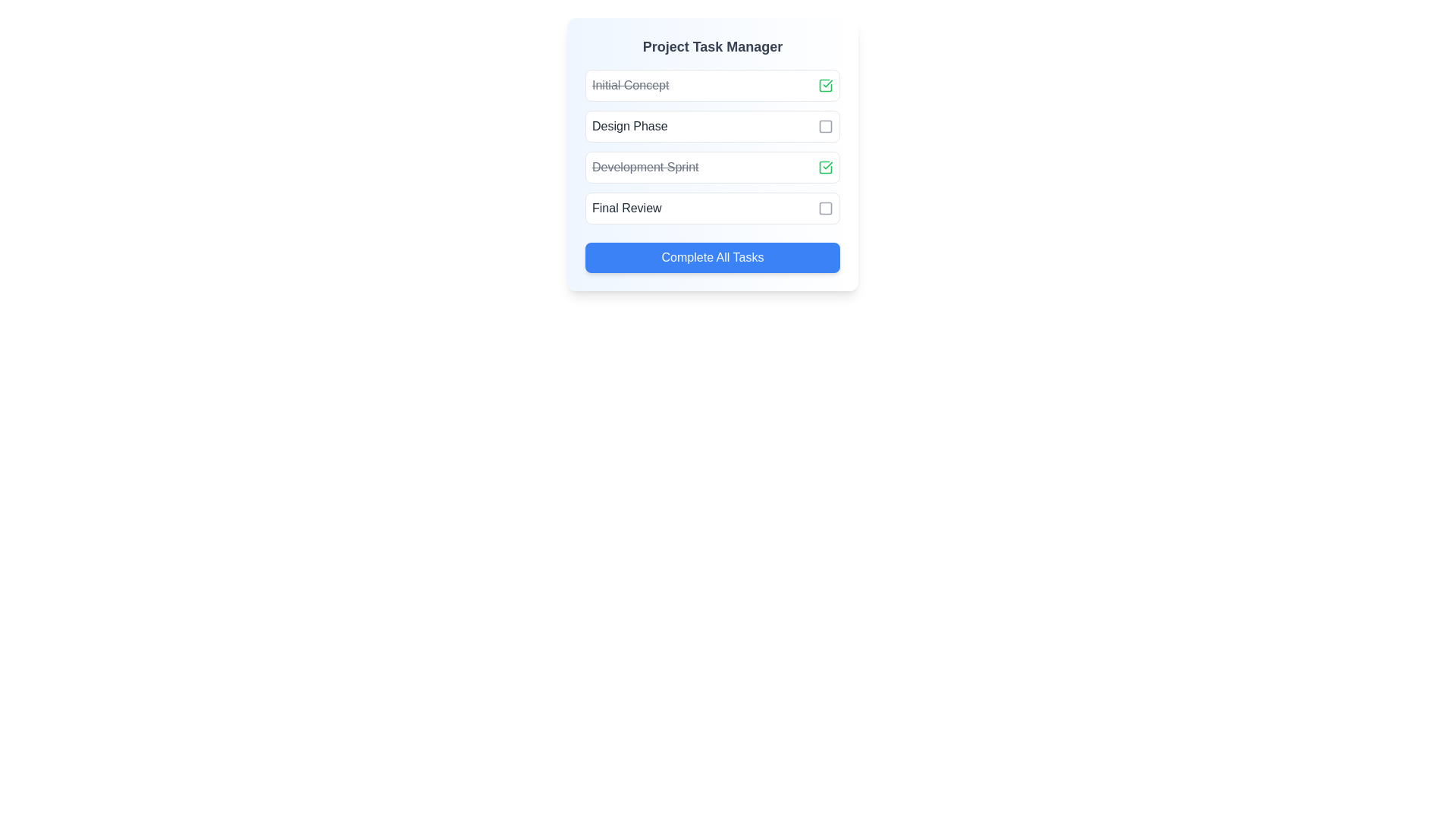 This screenshot has width=1456, height=819. What do you see at coordinates (712, 125) in the screenshot?
I see `the checkbox of the second list item in the 'Project Task Manager' to mark the task as done` at bounding box center [712, 125].